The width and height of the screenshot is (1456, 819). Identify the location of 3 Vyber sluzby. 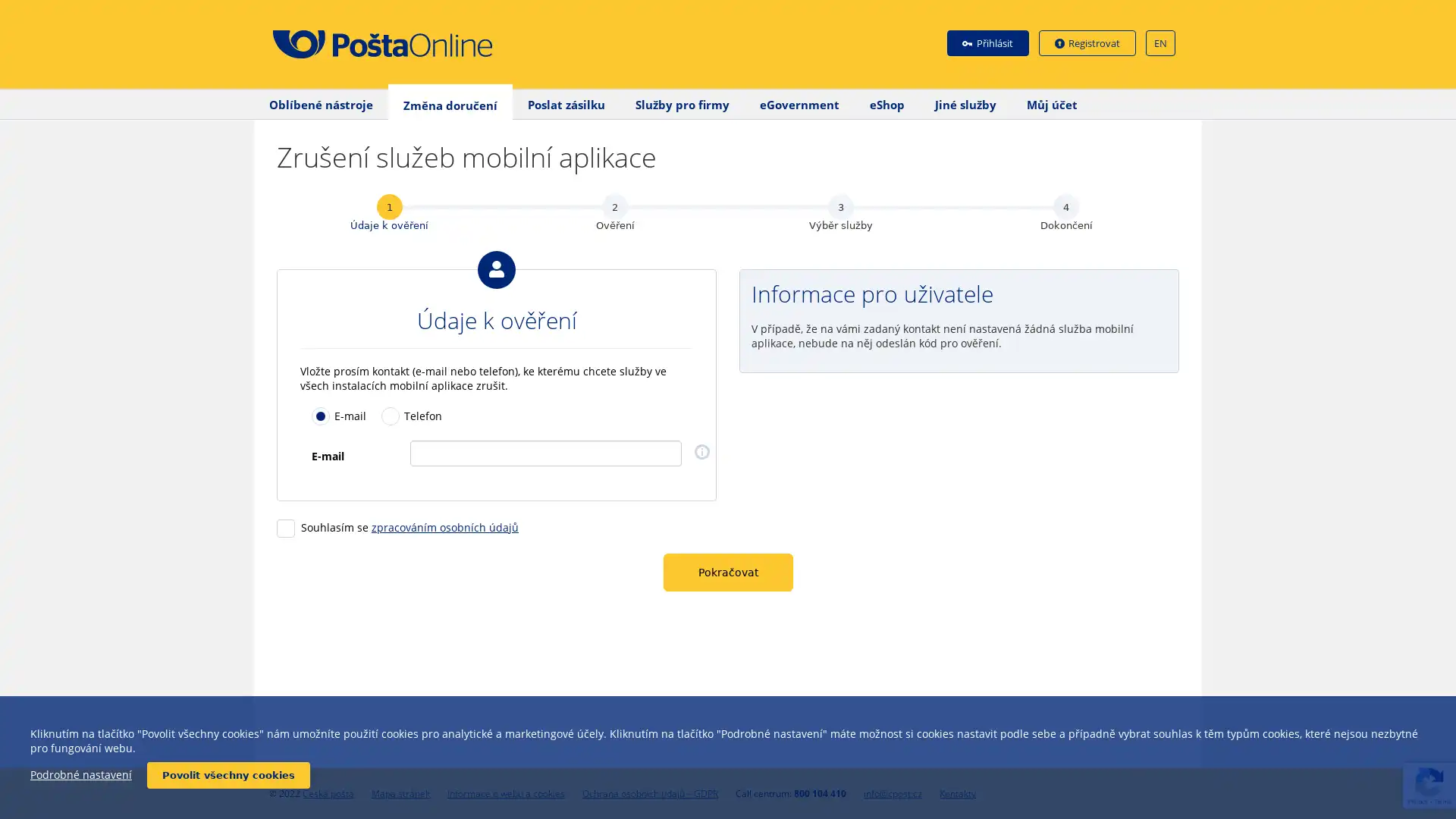
(839, 212).